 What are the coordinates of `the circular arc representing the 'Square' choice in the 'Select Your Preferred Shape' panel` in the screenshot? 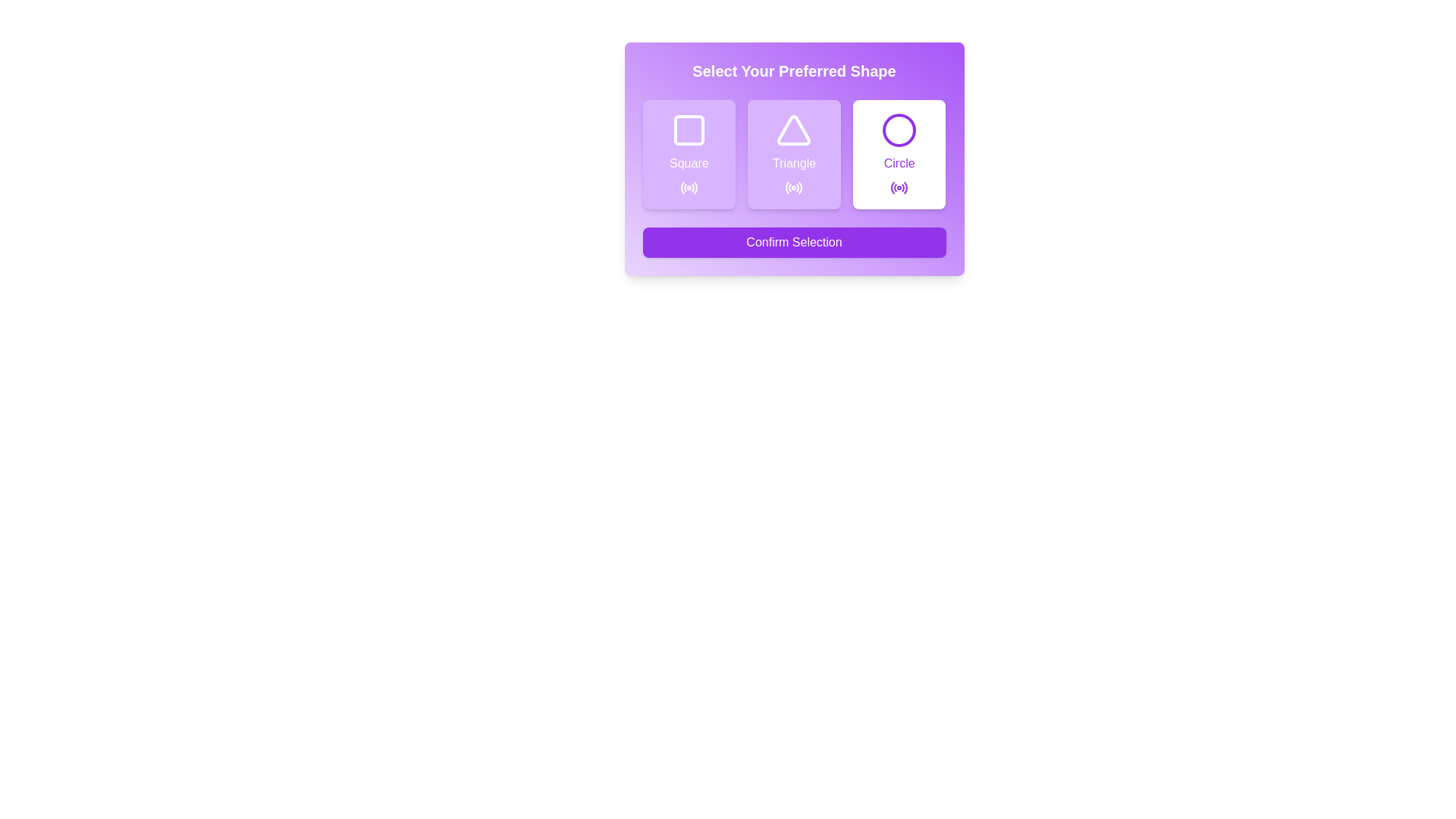 It's located at (682, 187).